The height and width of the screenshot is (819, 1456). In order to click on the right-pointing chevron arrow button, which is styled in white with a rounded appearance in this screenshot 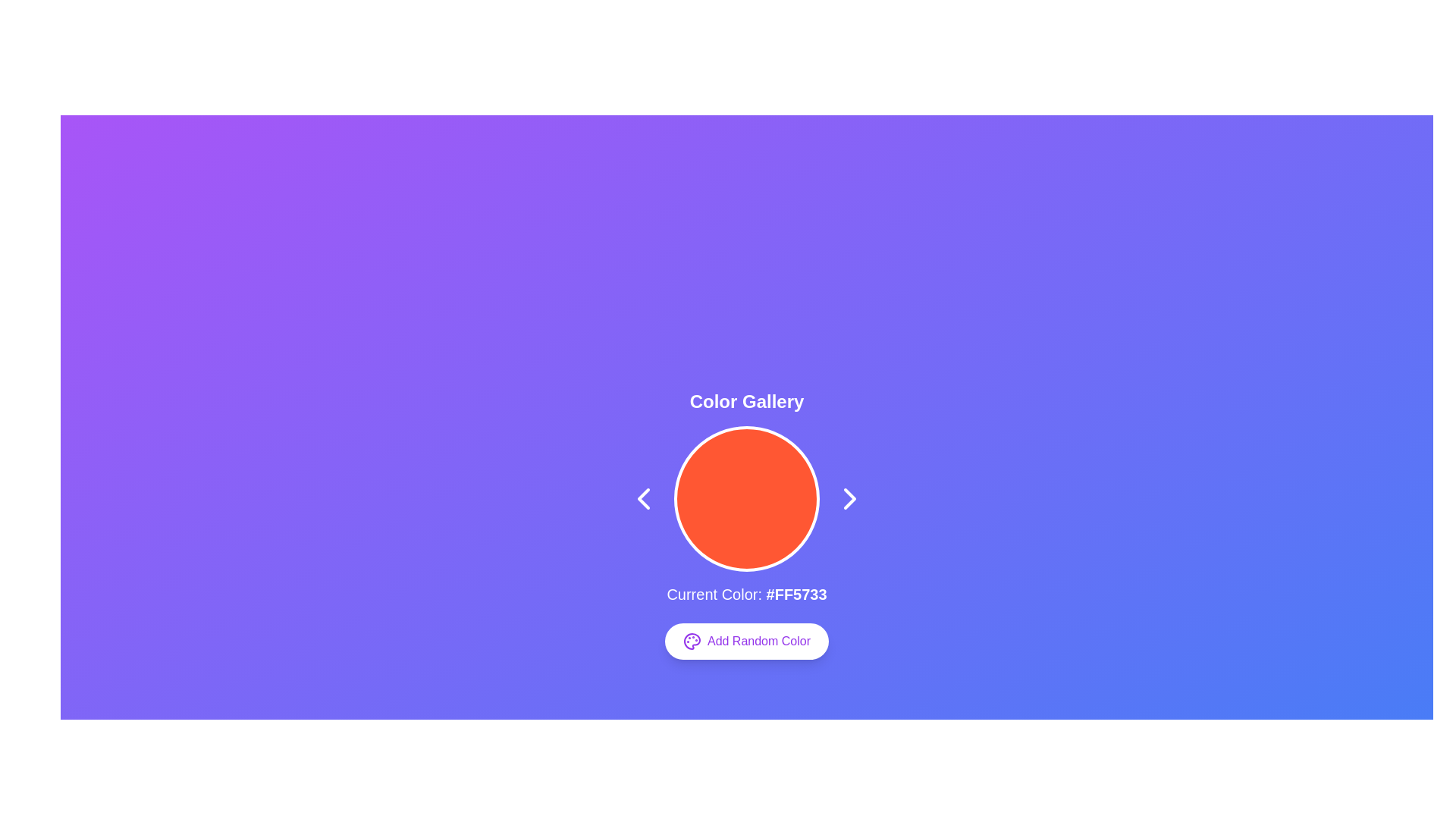, I will do `click(850, 499)`.